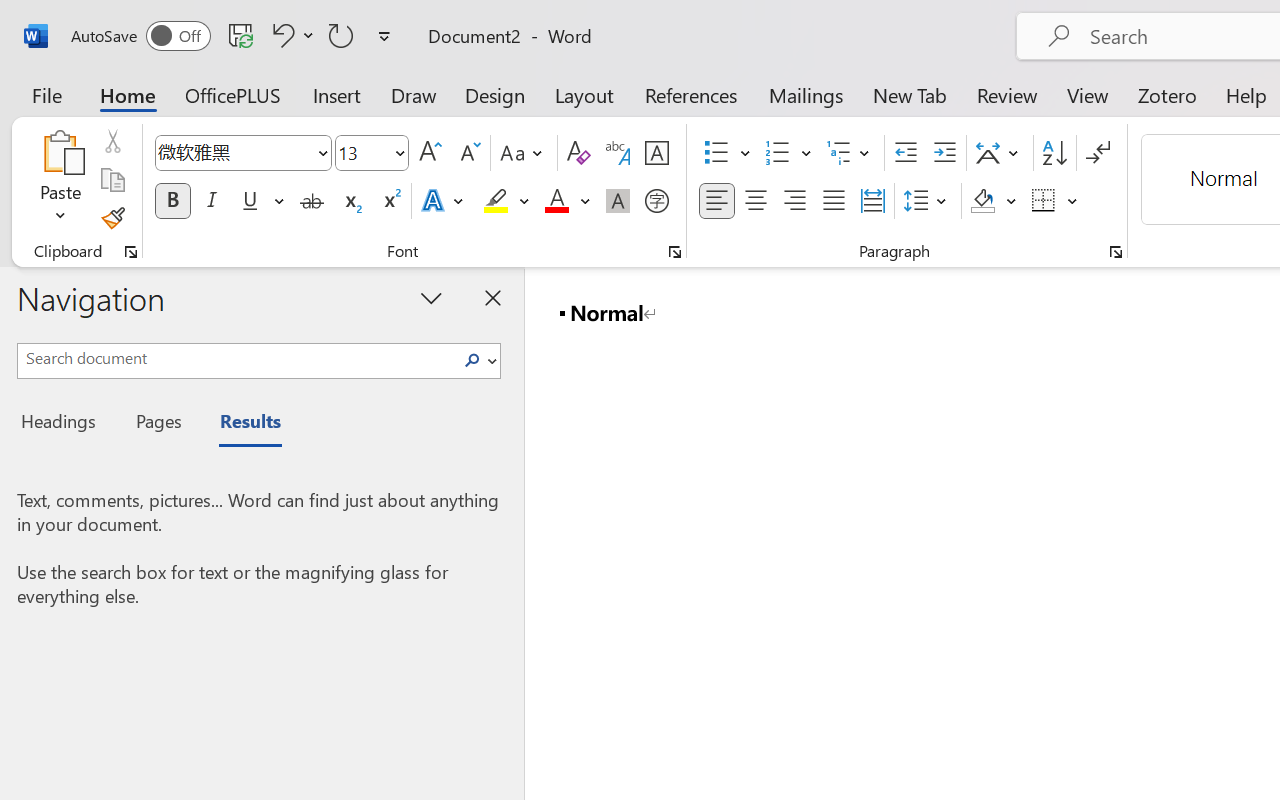 The image size is (1280, 800). What do you see at coordinates (311, 201) in the screenshot?
I see `'Strikethrough'` at bounding box center [311, 201].